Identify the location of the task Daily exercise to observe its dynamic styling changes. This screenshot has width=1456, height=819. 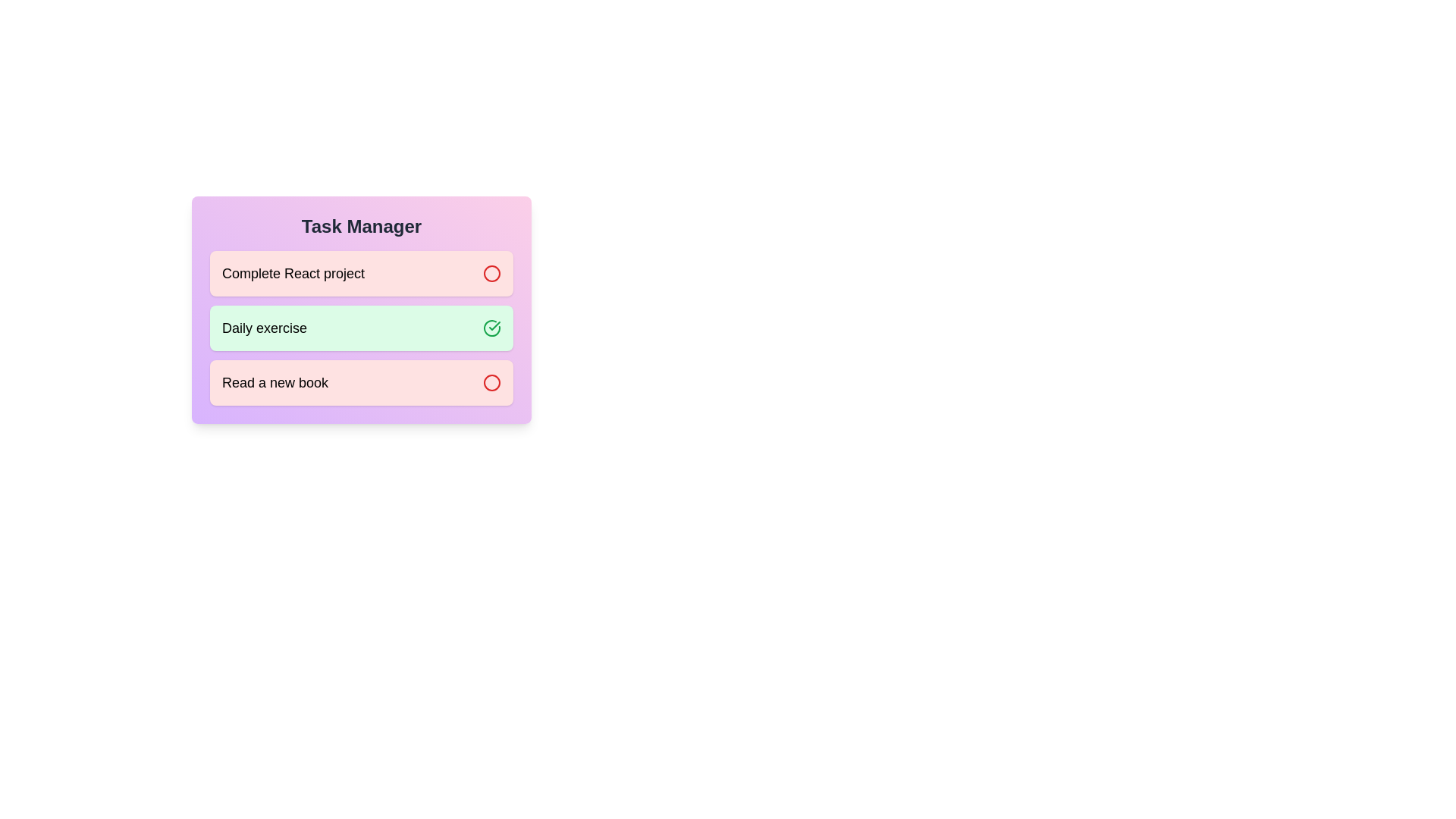
(360, 327).